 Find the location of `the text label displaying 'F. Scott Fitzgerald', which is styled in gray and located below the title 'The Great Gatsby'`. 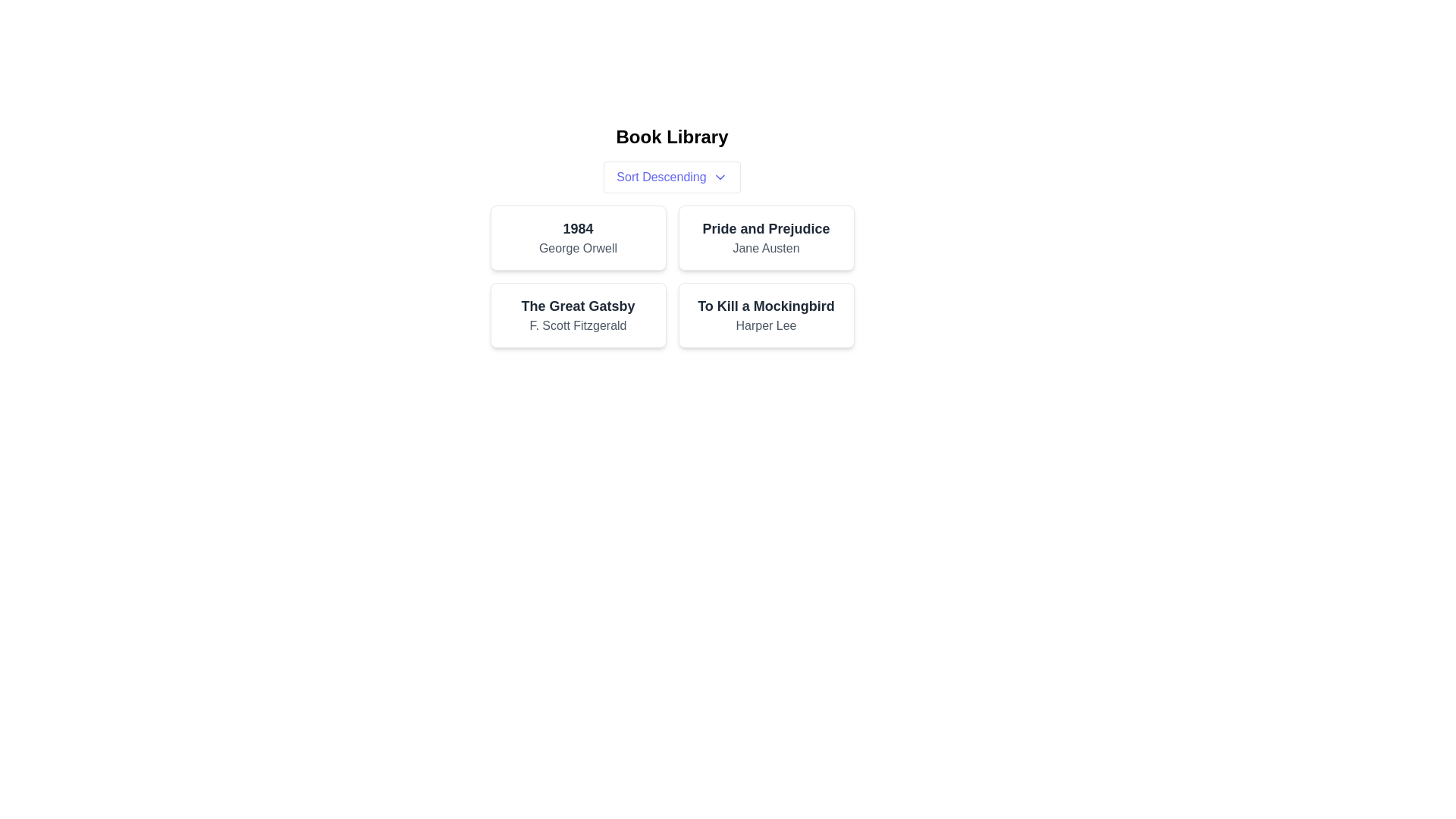

the text label displaying 'F. Scott Fitzgerald', which is styled in gray and located below the title 'The Great Gatsby' is located at coordinates (577, 325).